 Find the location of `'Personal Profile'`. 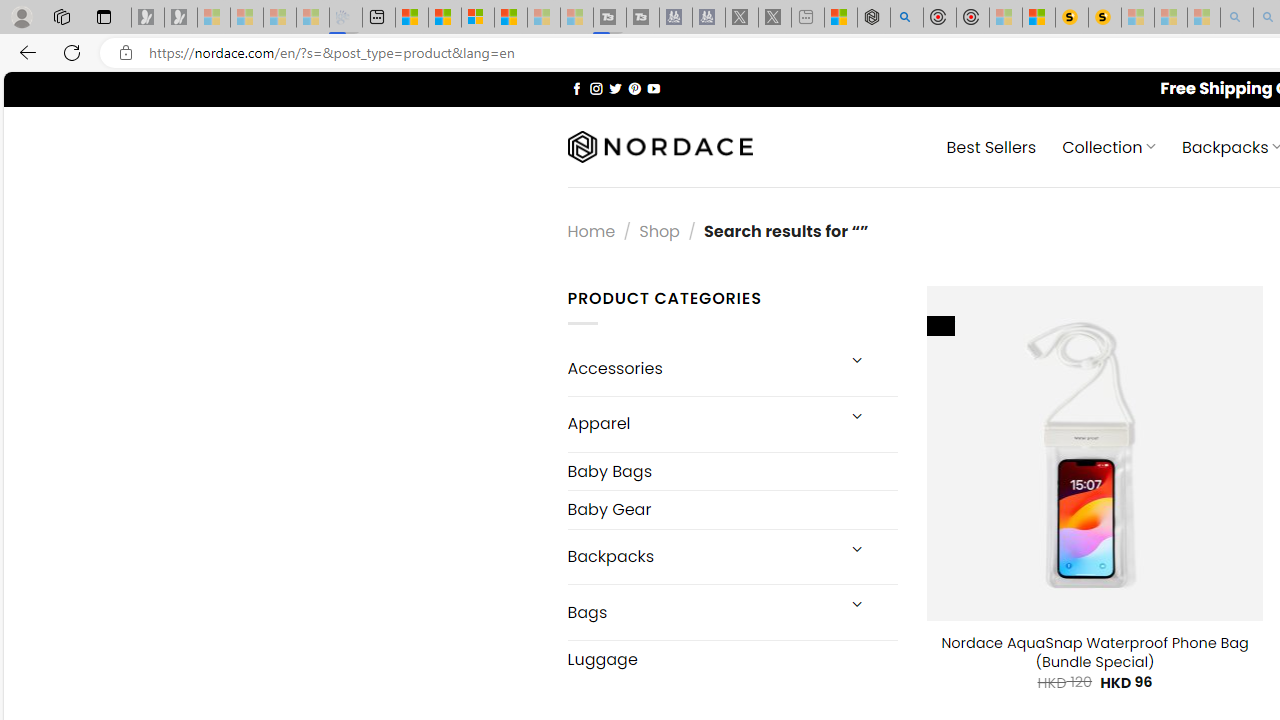

'Personal Profile' is located at coordinates (21, 16).